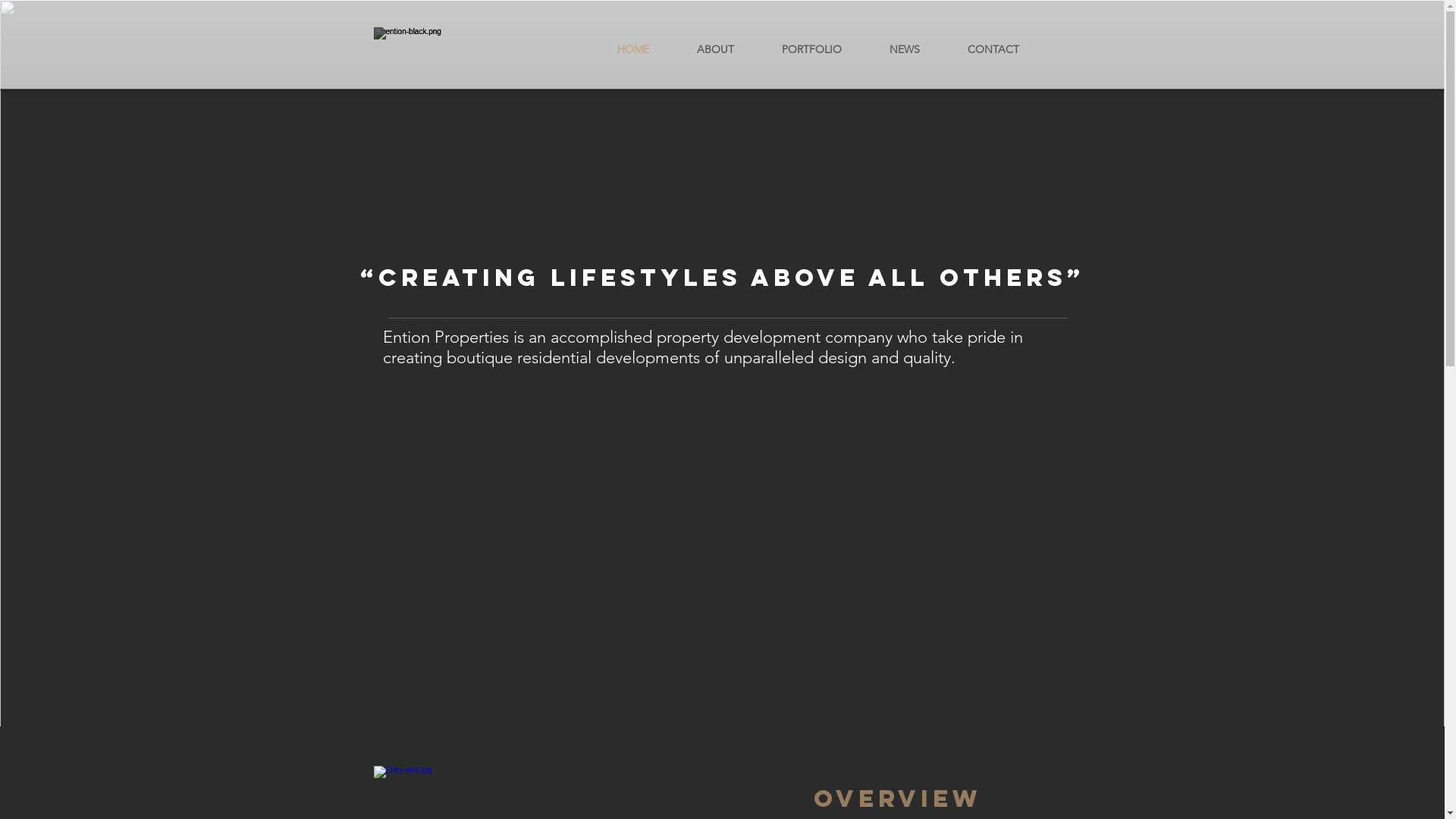 The width and height of the screenshot is (1456, 819). I want to click on 'ABOUT', so click(715, 49).